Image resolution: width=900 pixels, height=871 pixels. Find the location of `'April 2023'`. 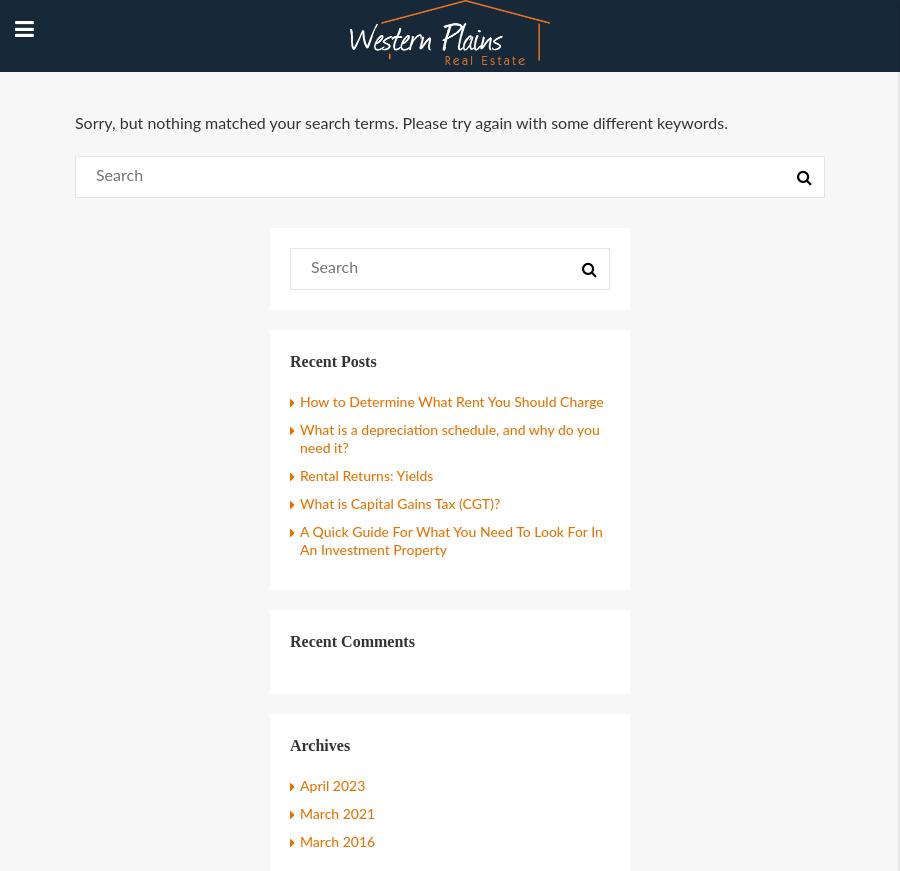

'April 2023' is located at coordinates (298, 785).